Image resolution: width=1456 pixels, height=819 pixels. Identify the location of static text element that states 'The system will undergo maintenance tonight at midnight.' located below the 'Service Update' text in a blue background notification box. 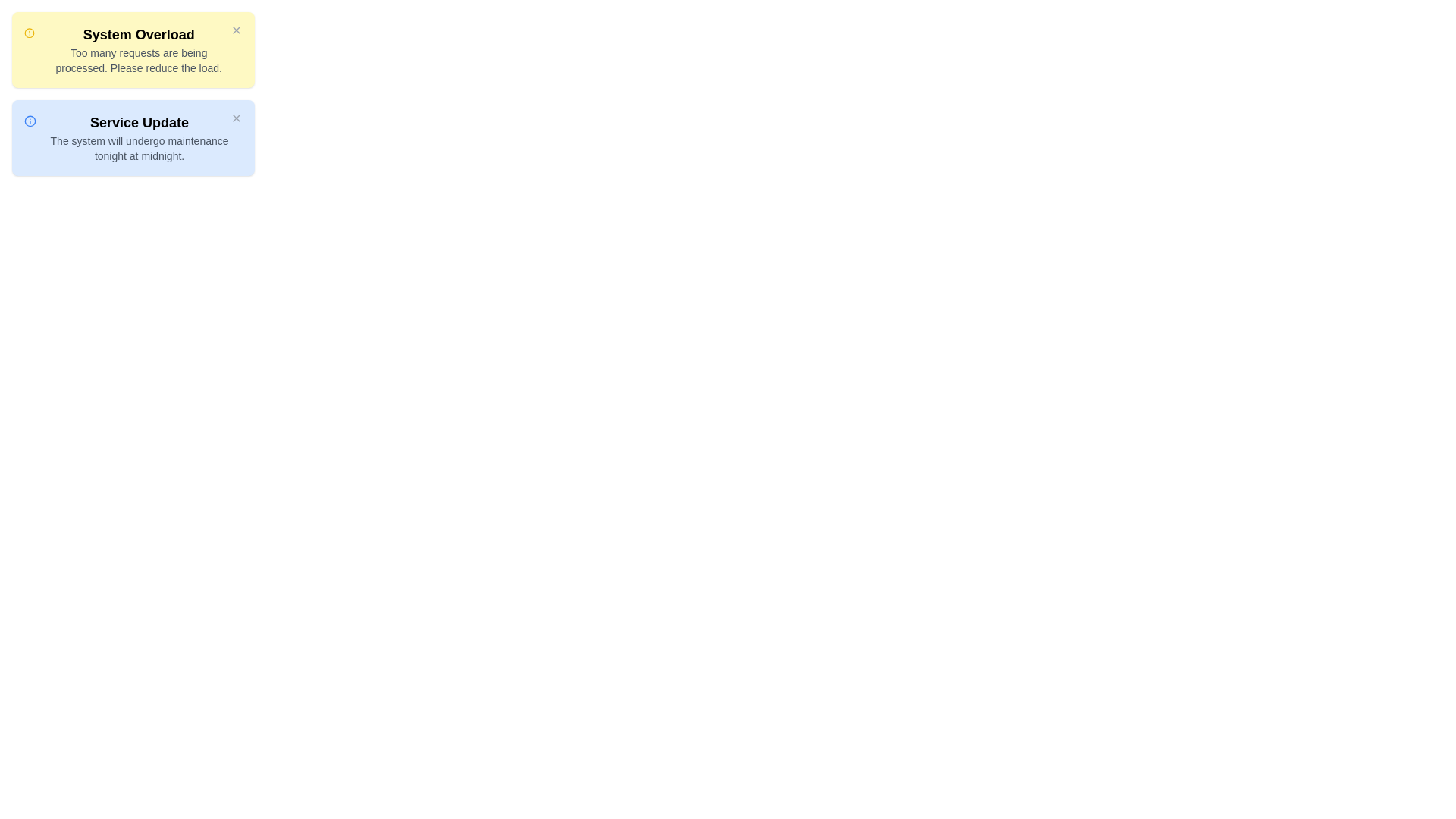
(140, 149).